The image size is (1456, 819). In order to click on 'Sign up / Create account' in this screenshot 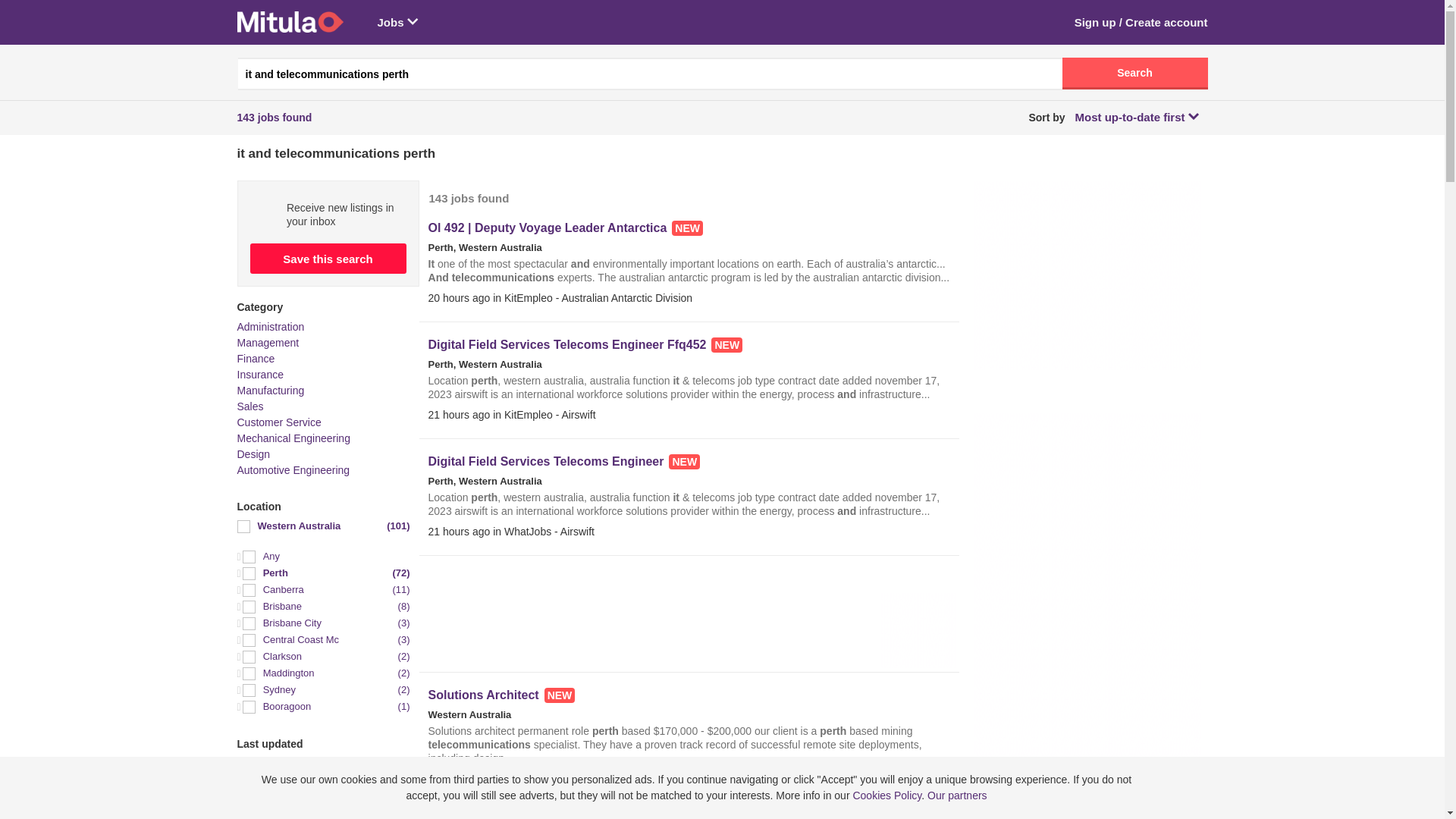, I will do `click(1073, 22)`.